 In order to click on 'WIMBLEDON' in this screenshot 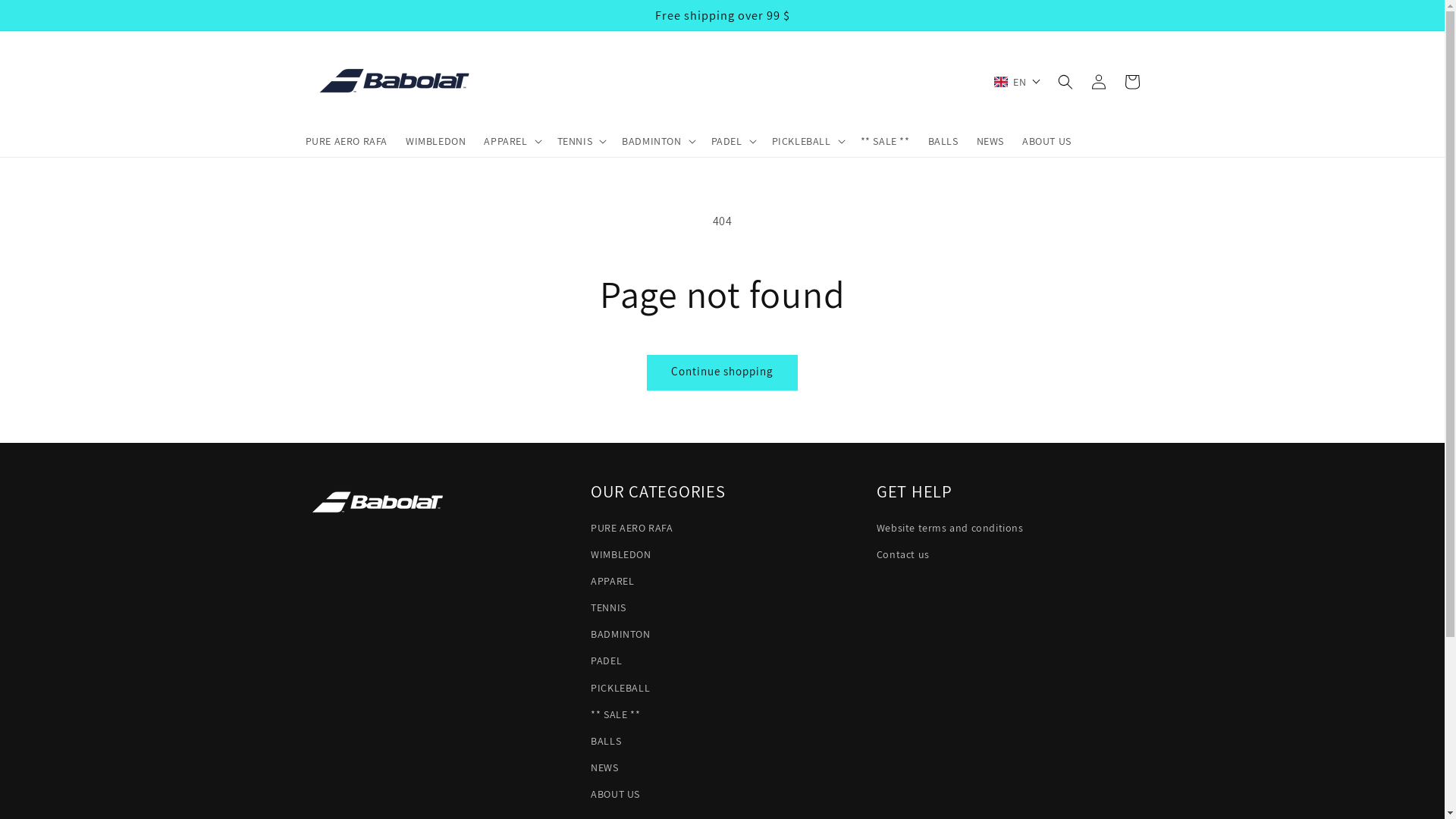, I will do `click(435, 140)`.